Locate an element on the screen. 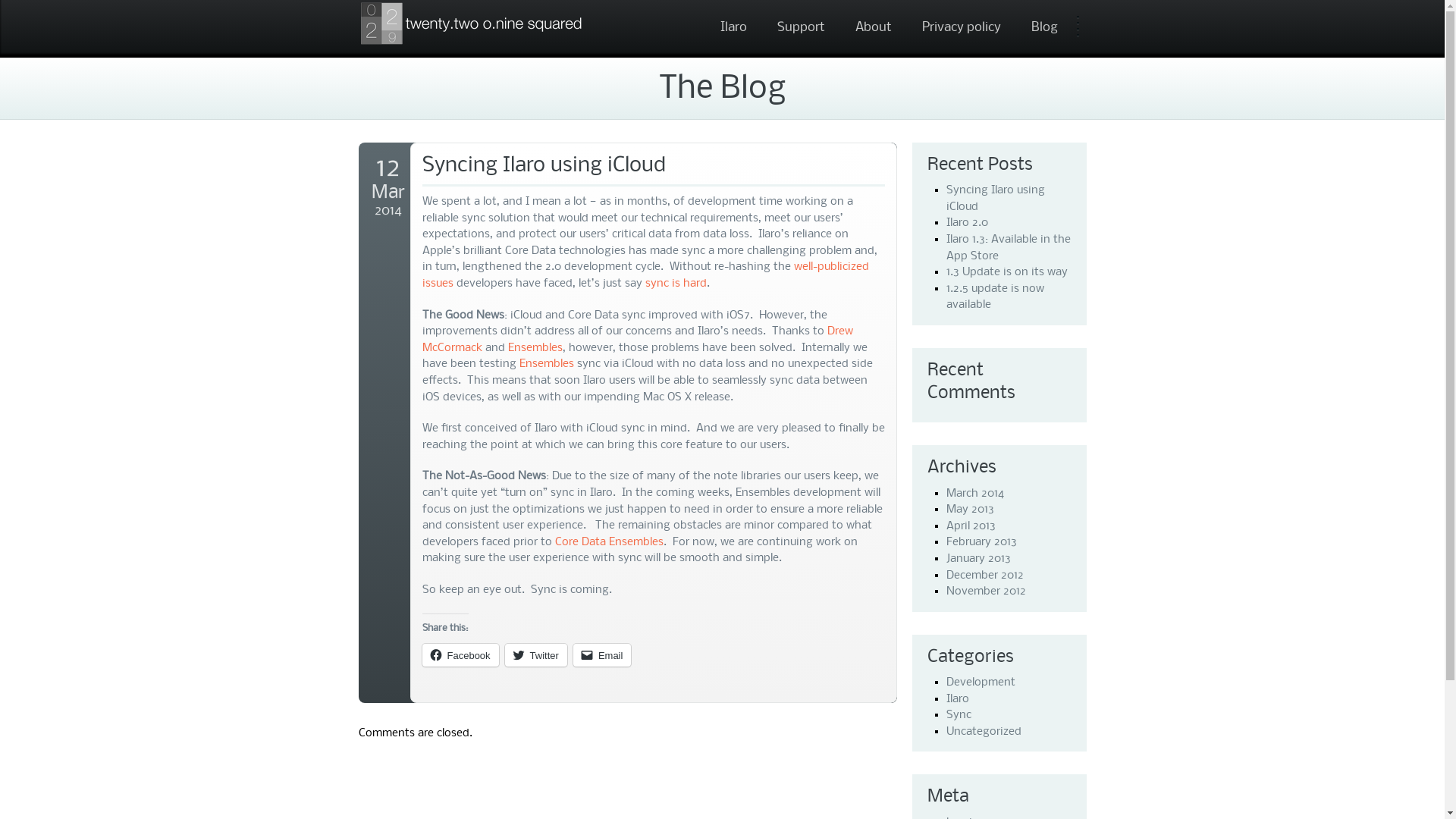 This screenshot has width=1456, height=819. 'sync is hard' is located at coordinates (674, 284).